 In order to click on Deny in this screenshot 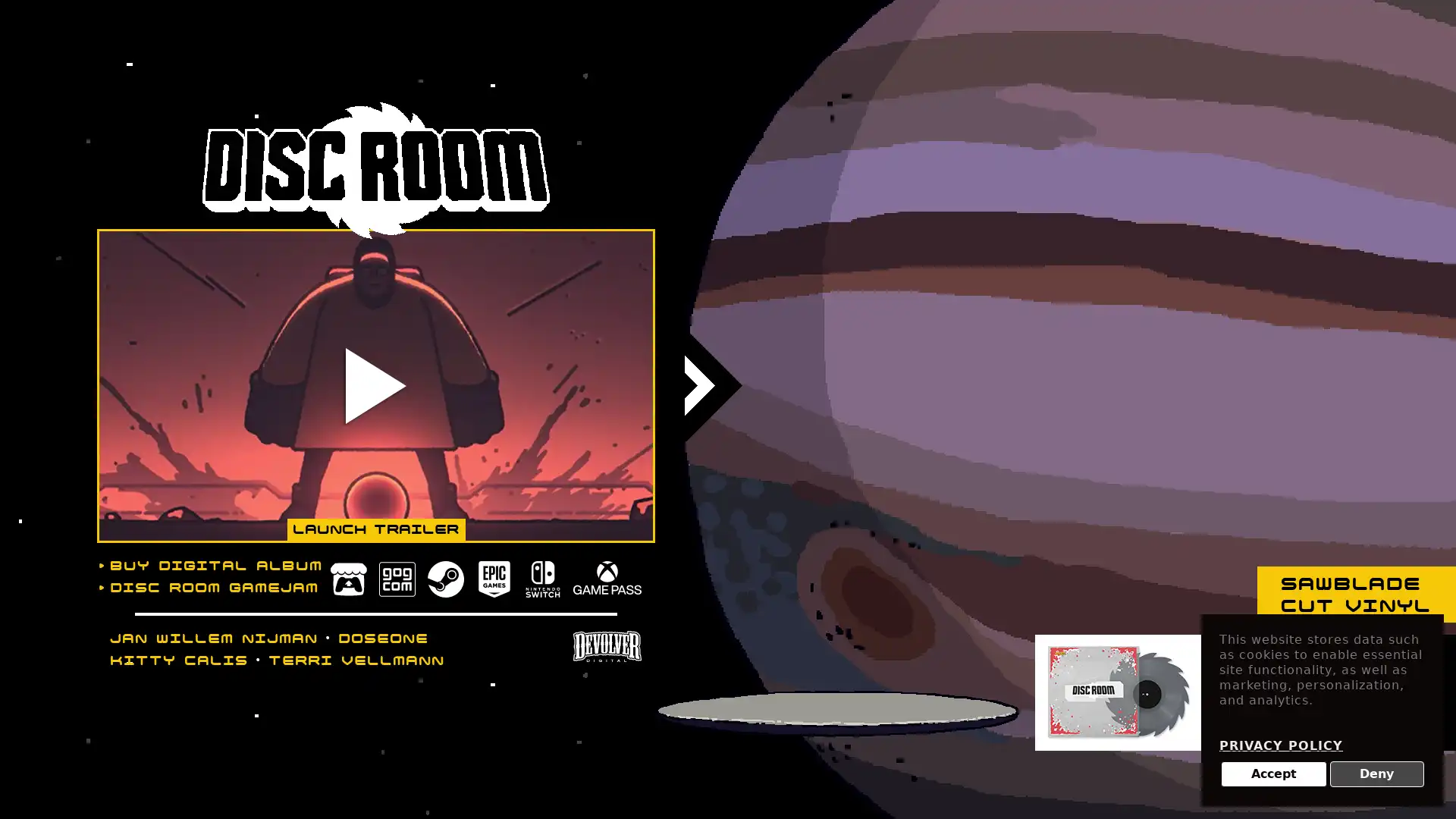, I will do `click(1376, 774)`.